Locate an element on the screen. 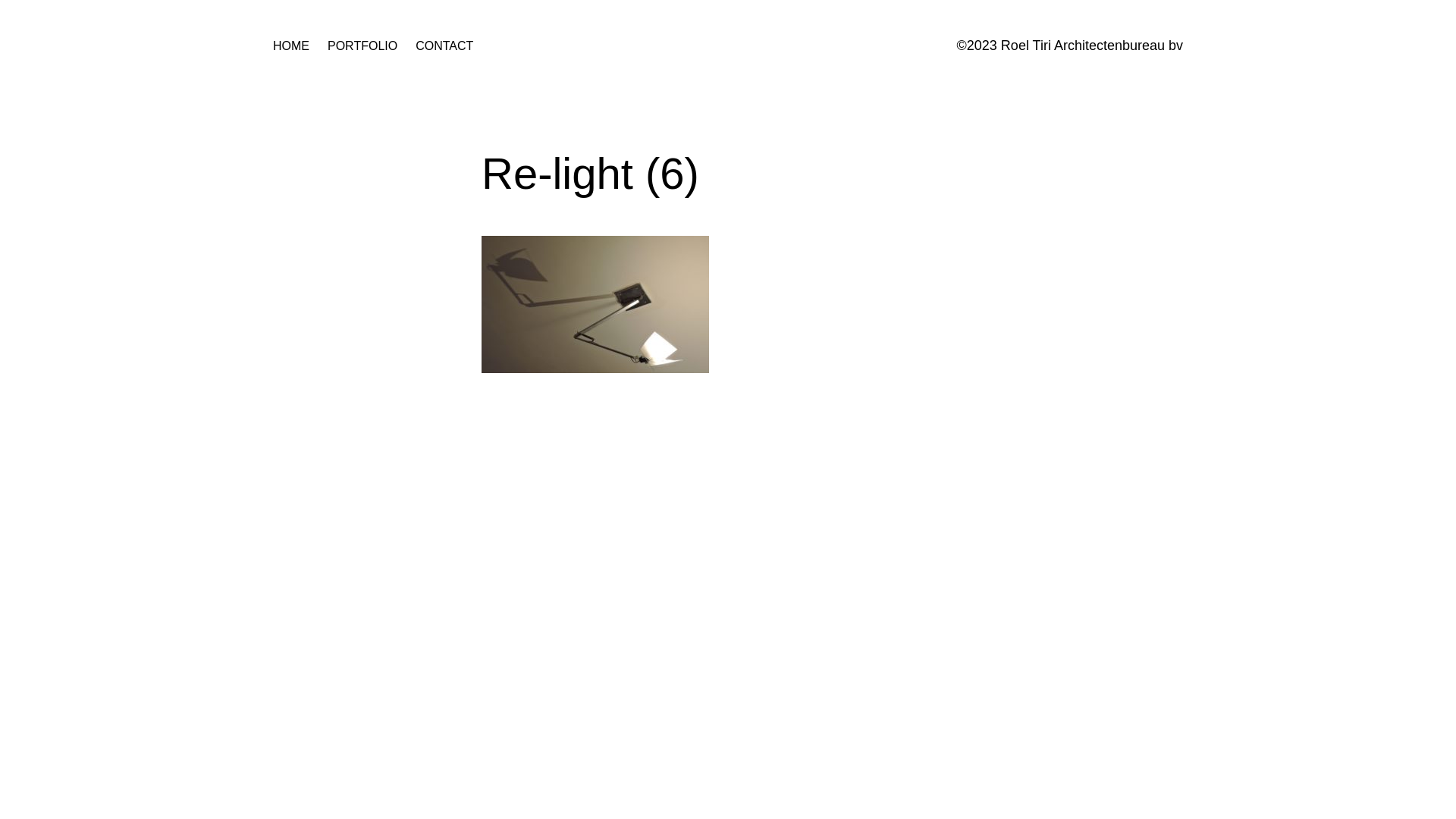 Image resolution: width=1456 pixels, height=819 pixels. 'CONTACT' is located at coordinates (443, 45).